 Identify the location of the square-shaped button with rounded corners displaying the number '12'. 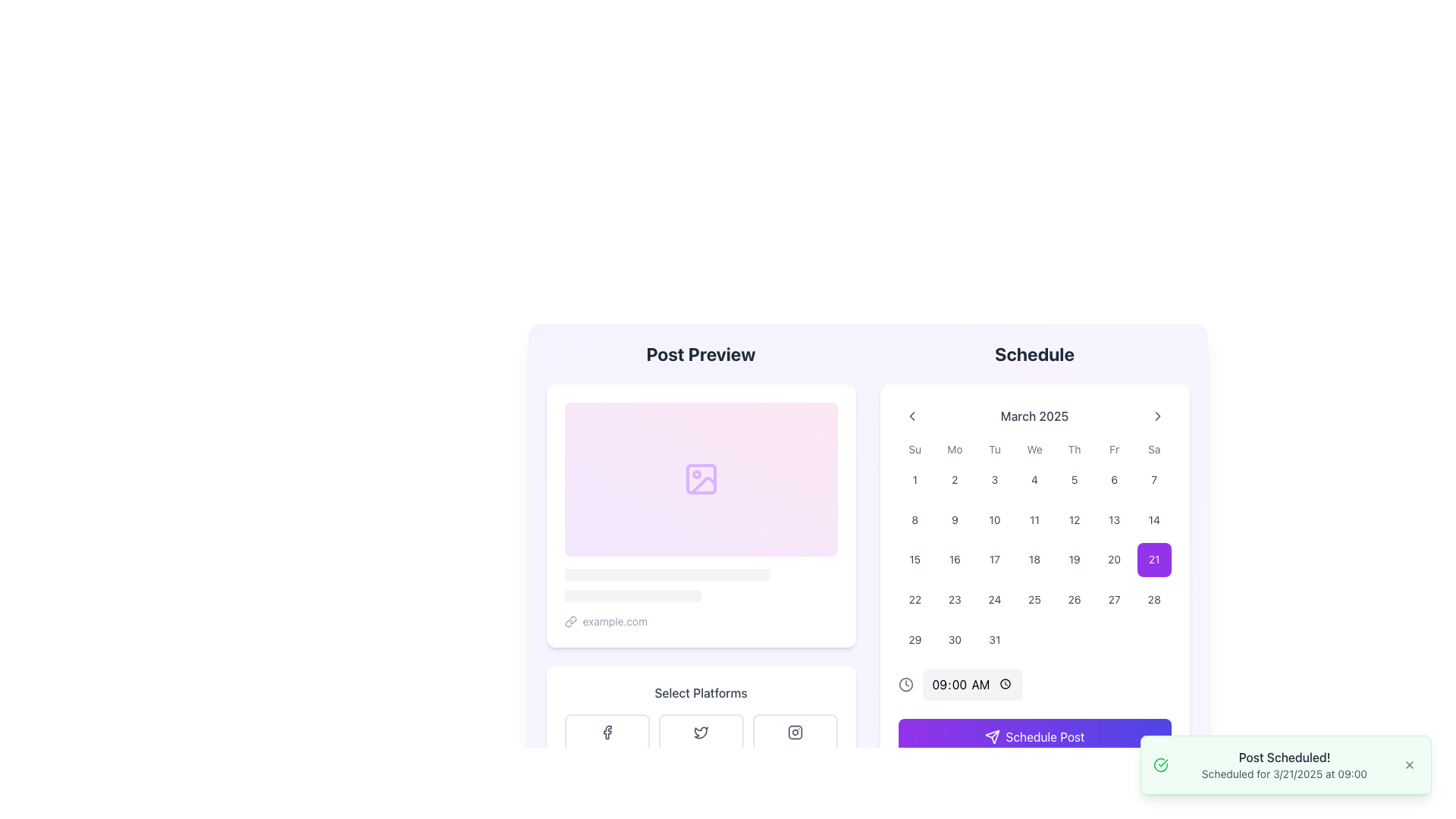
(1074, 519).